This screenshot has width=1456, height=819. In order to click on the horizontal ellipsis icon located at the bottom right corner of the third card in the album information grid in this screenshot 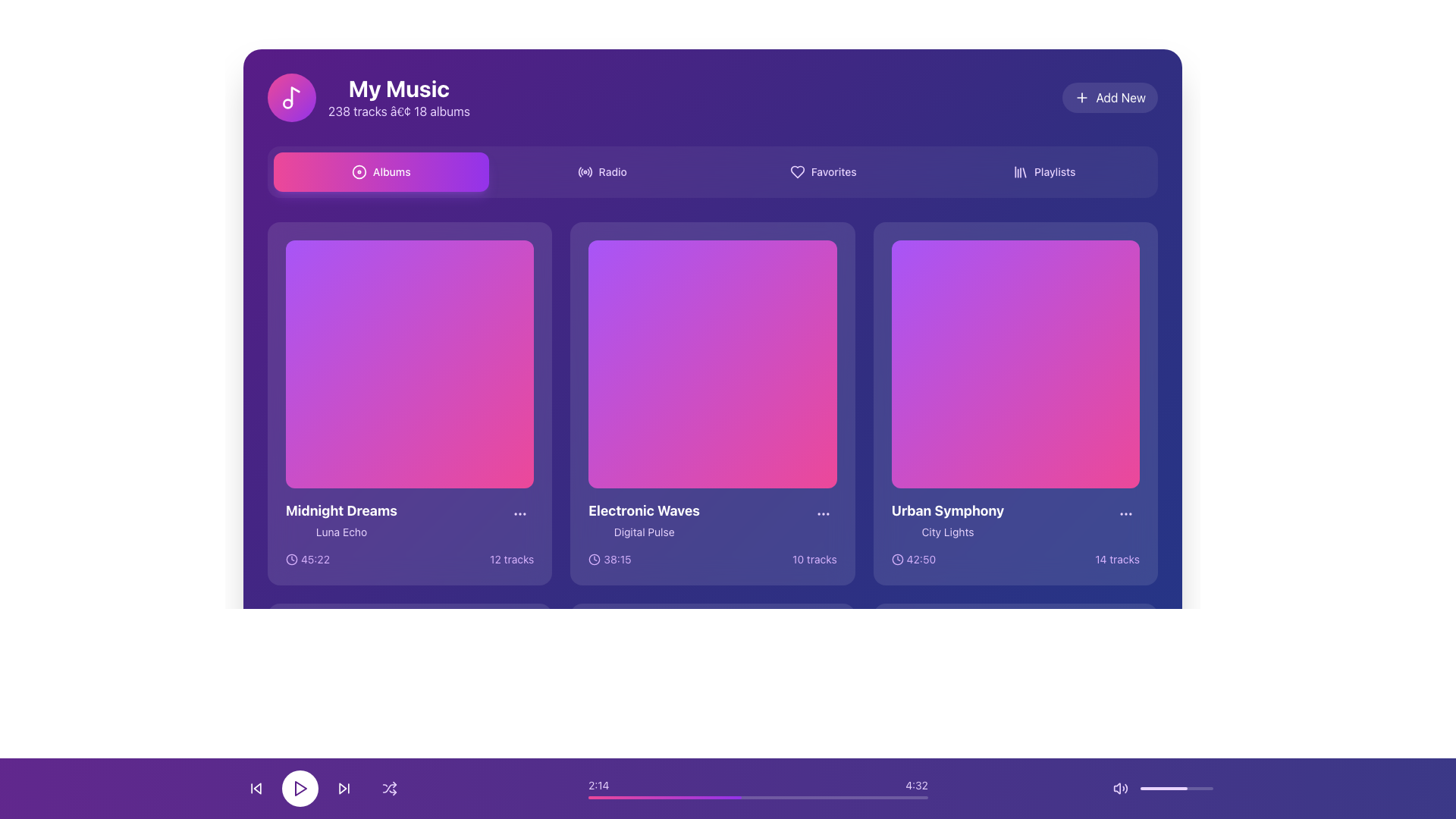, I will do `click(822, 513)`.